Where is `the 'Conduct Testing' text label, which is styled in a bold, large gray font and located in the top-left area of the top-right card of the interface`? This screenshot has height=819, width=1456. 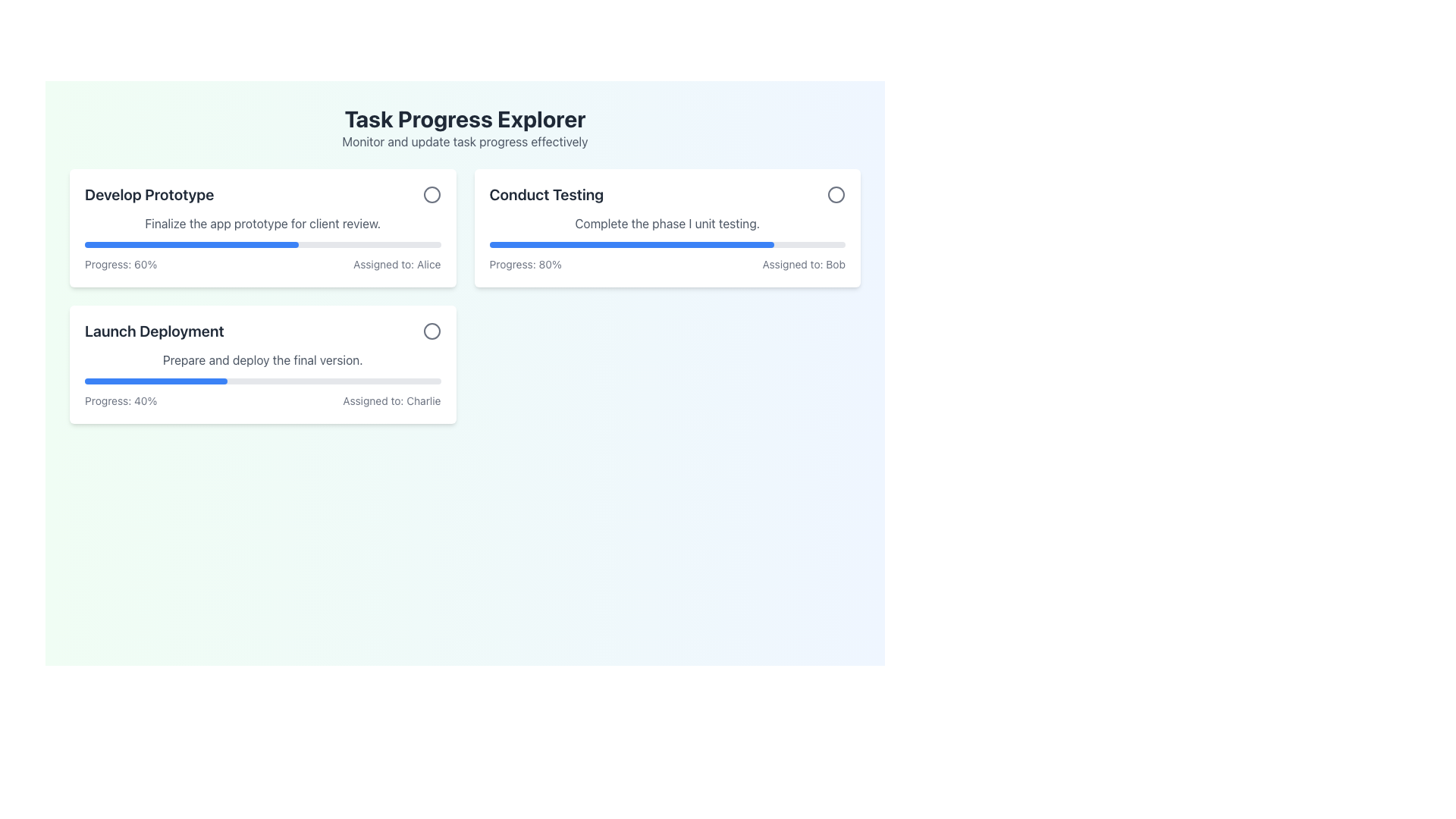 the 'Conduct Testing' text label, which is styled in a bold, large gray font and located in the top-left area of the top-right card of the interface is located at coordinates (546, 194).